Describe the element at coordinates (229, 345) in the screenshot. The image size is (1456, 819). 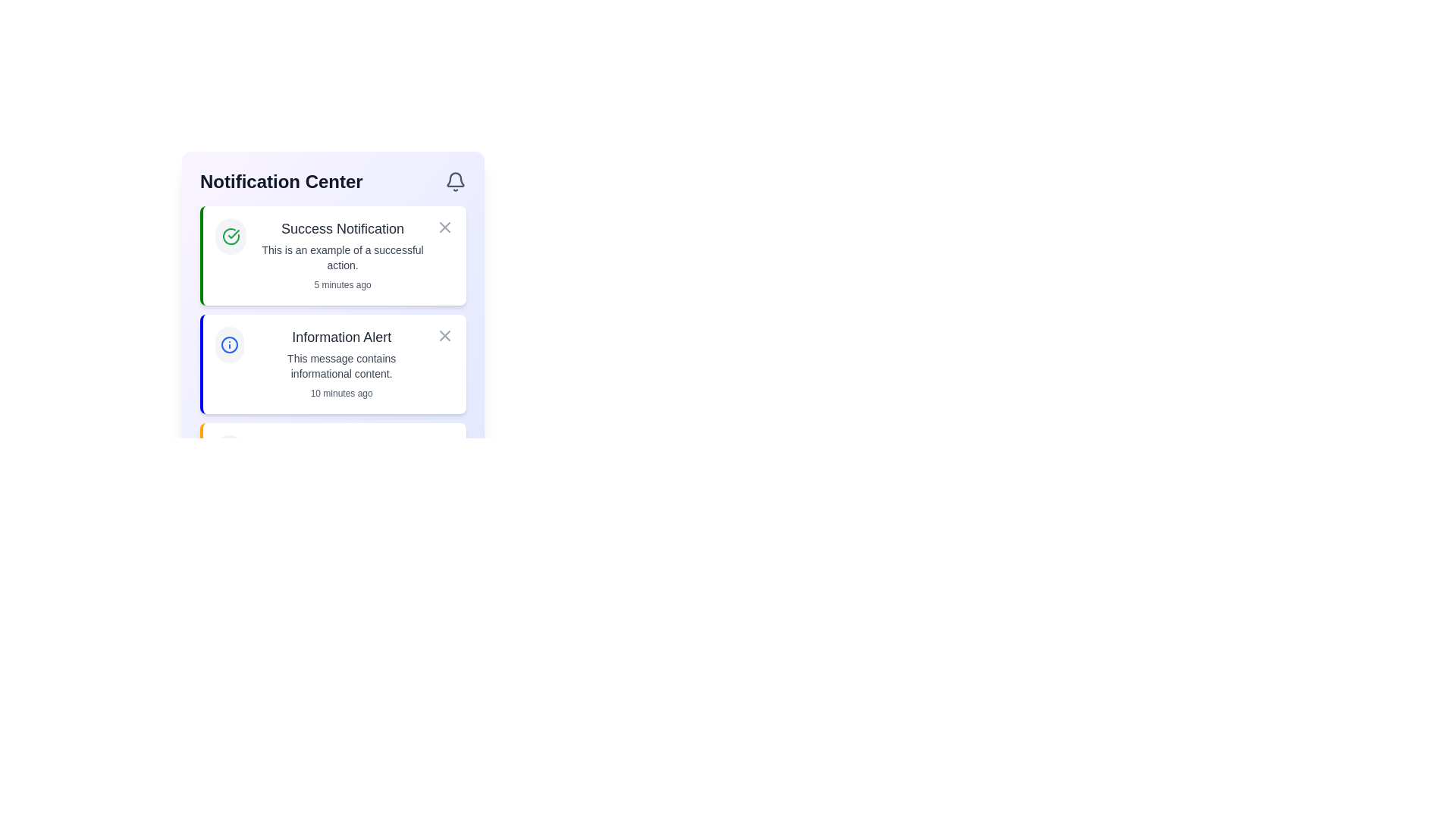
I see `the information icon button located in the upper left corner of the 'Information Alert' notification card` at that location.